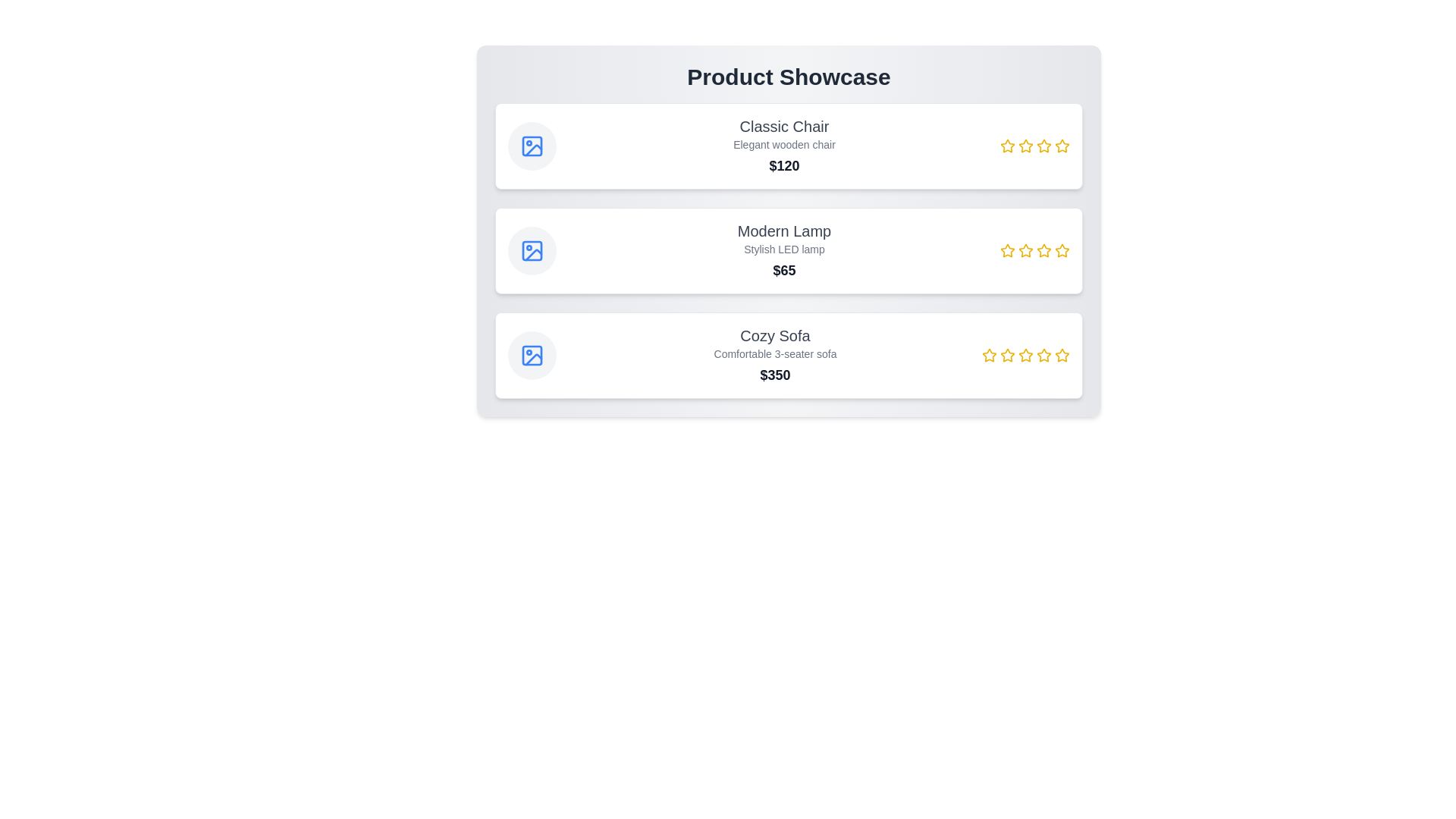  I want to click on the rating for a product to 4 stars, so click(1062, 146).